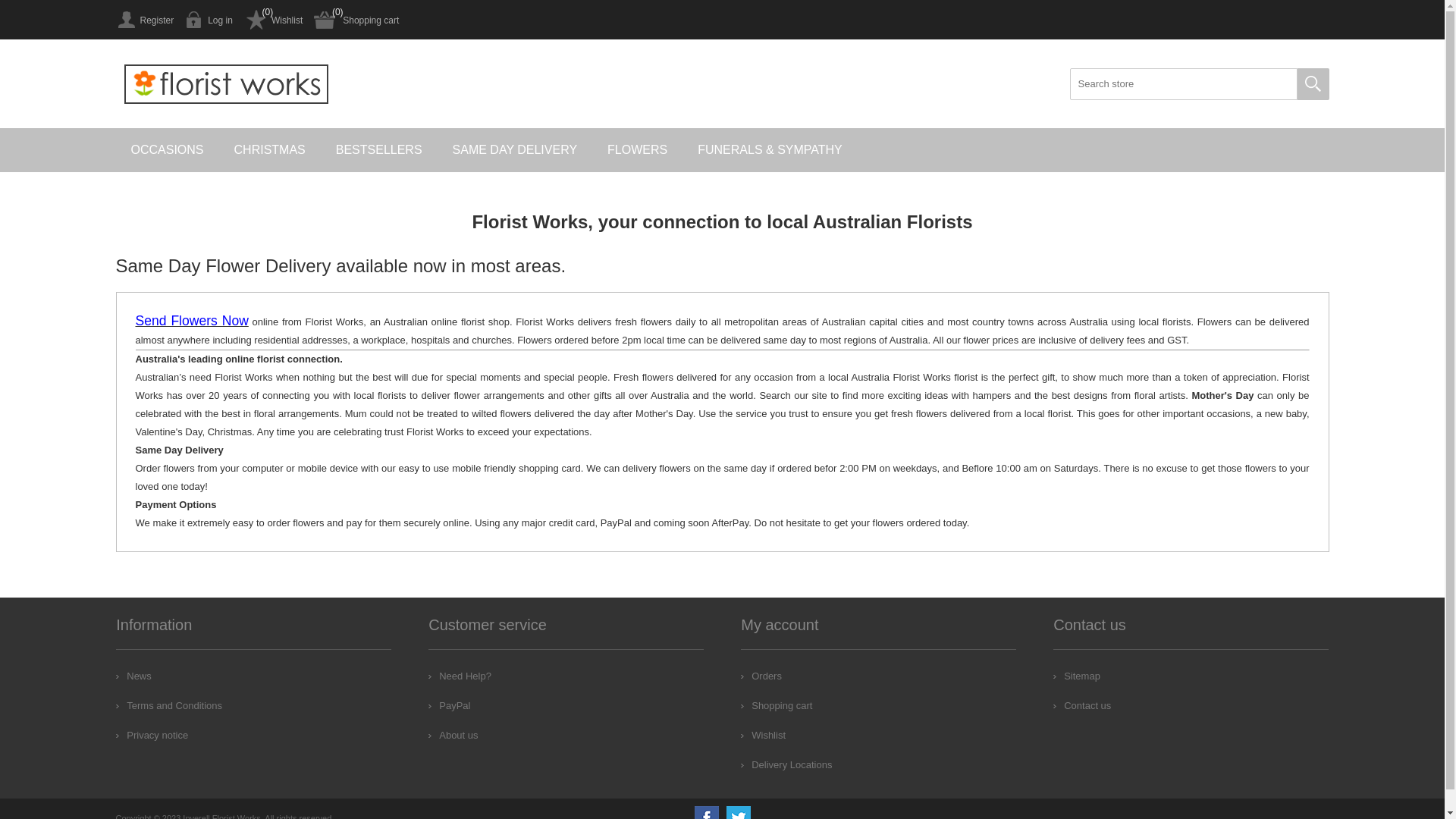  Describe the element at coordinates (428, 734) in the screenshot. I see `'About us'` at that location.